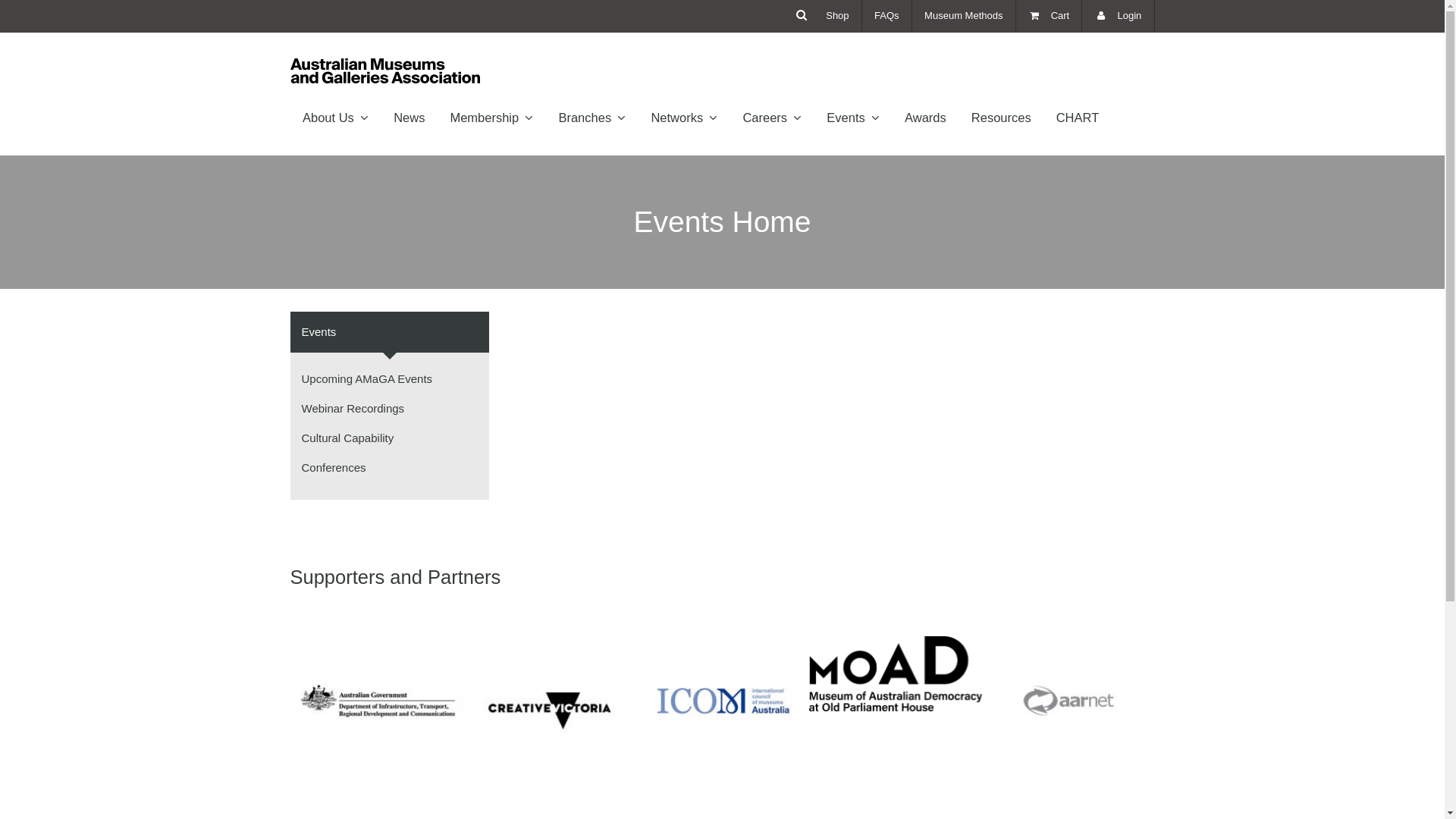 The image size is (1456, 819). What do you see at coordinates (333, 466) in the screenshot?
I see `'Conferences'` at bounding box center [333, 466].